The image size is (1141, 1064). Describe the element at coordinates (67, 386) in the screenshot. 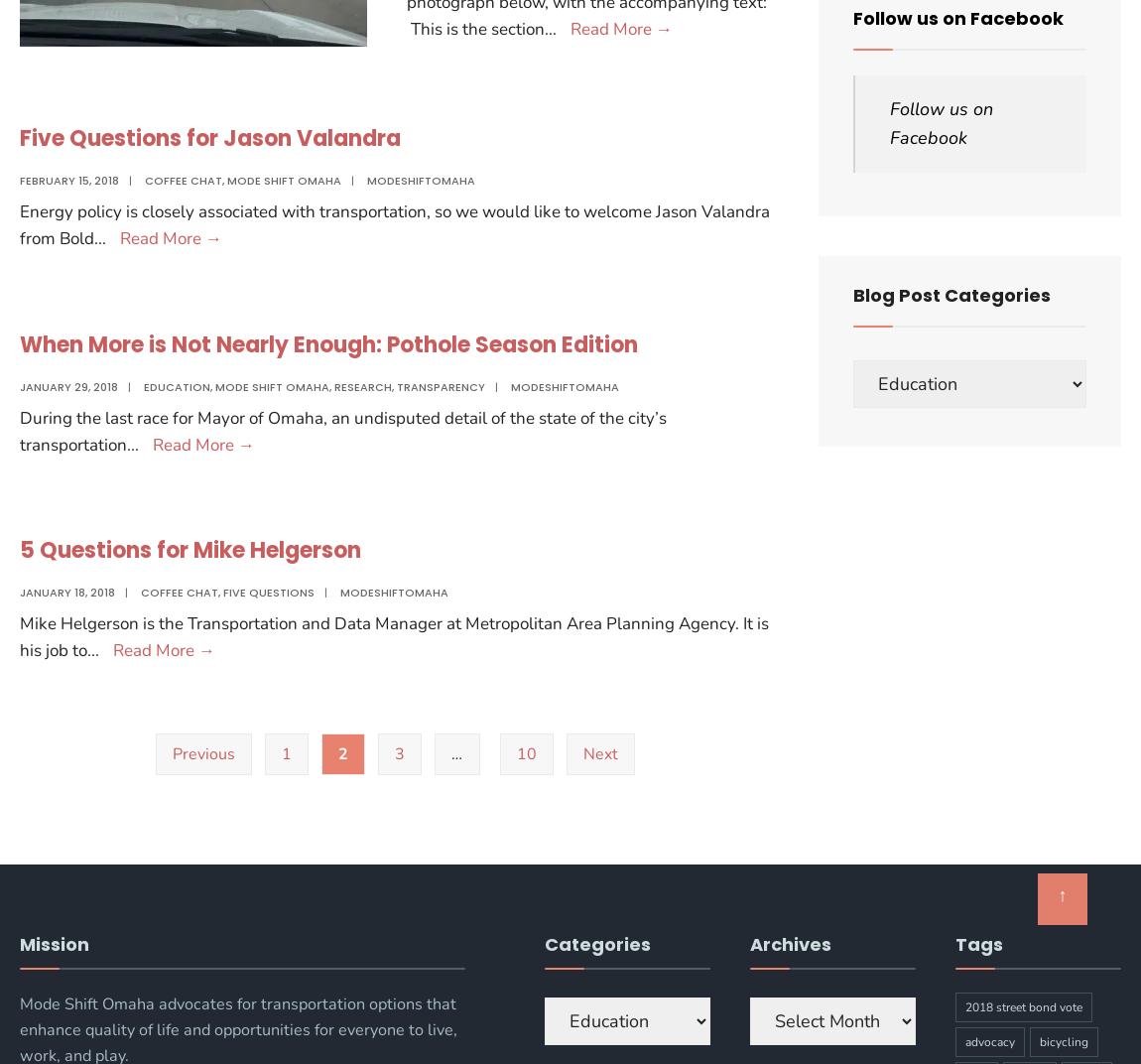

I see `'January 29, 2018'` at that location.